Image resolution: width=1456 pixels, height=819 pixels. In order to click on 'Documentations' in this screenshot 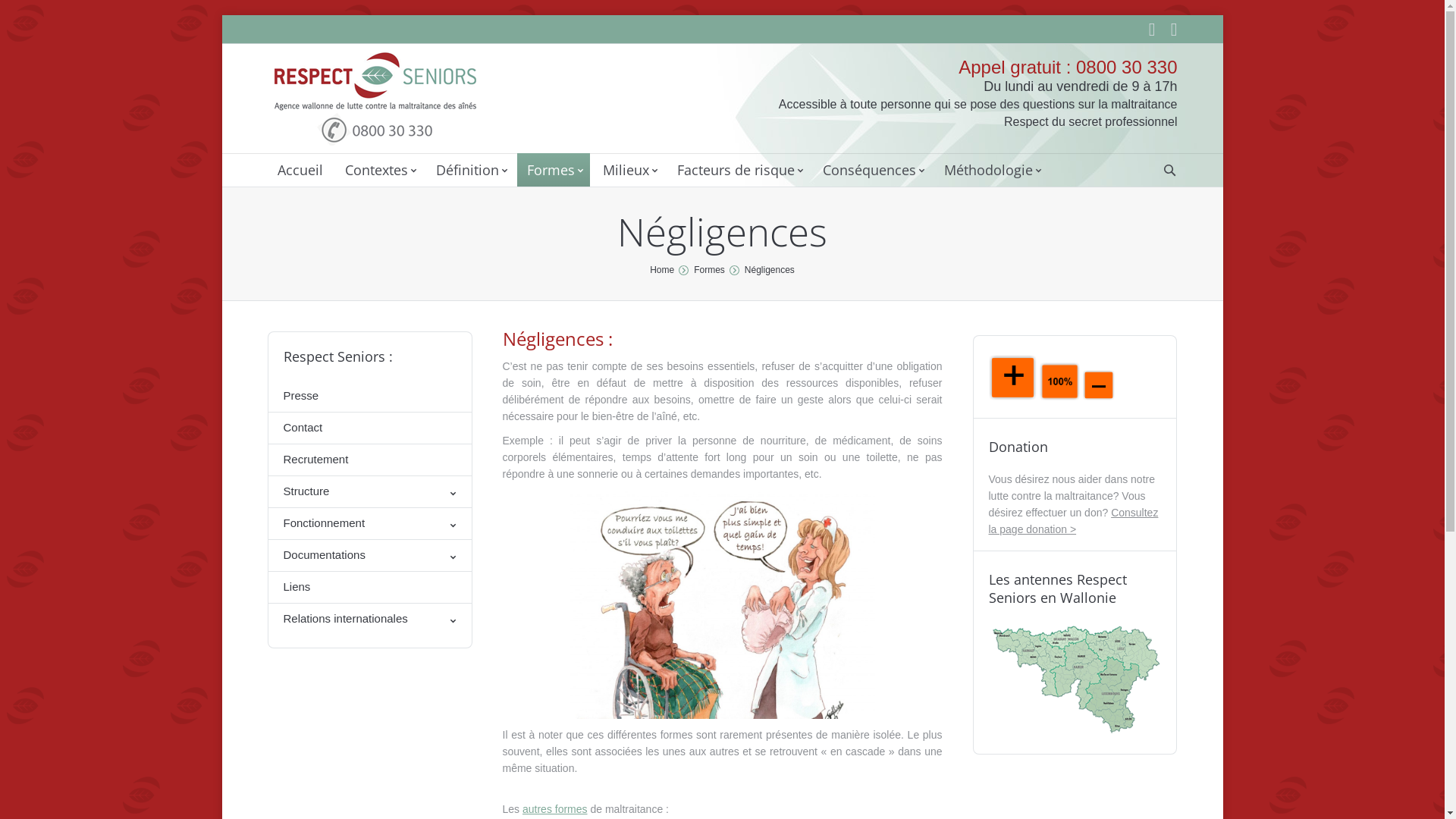, I will do `click(370, 555)`.